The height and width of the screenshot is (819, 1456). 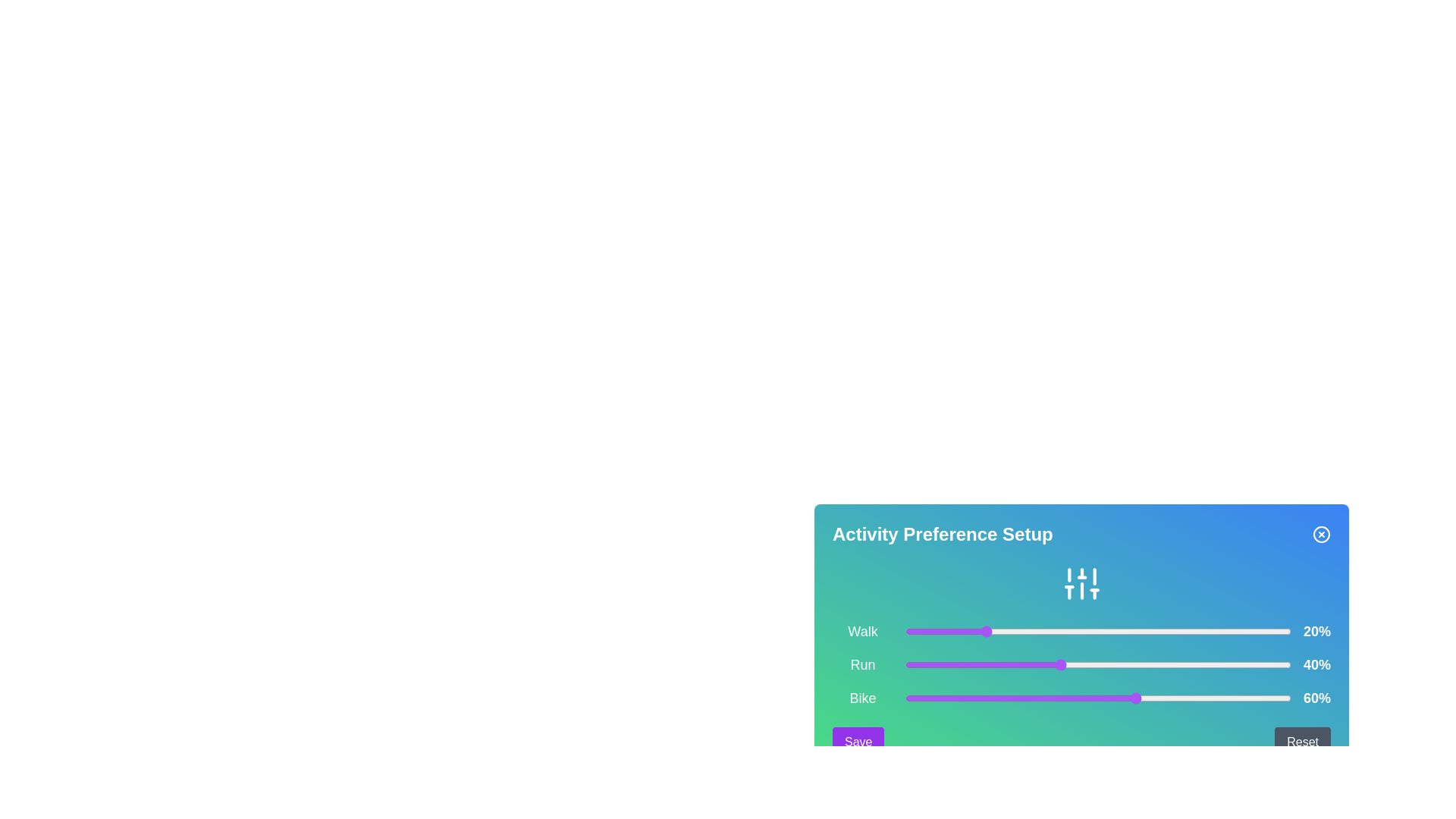 What do you see at coordinates (1302, 742) in the screenshot?
I see `reset button to reset the preferences` at bounding box center [1302, 742].